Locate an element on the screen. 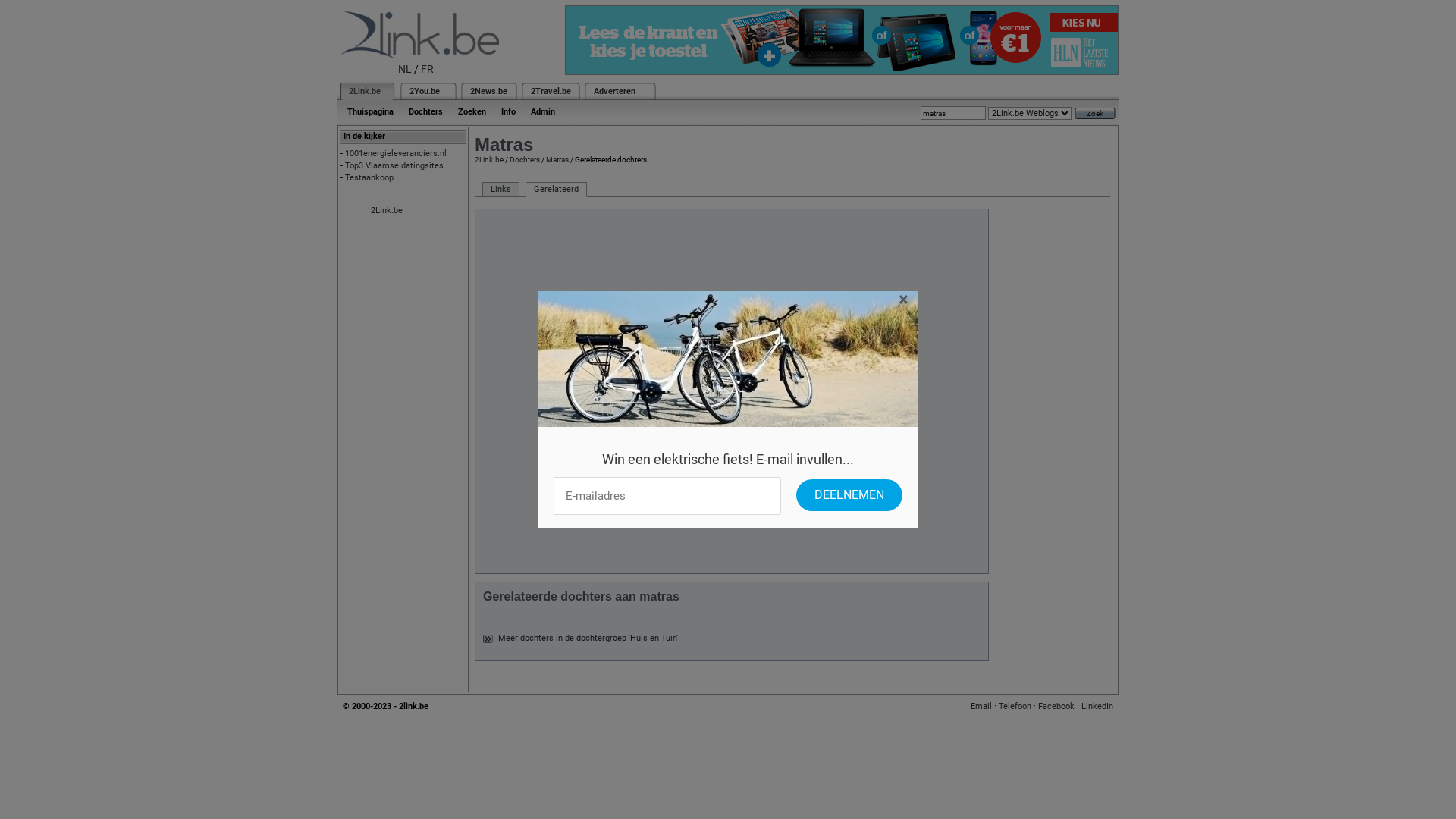 The height and width of the screenshot is (819, 1456). 'Telefoon' is located at coordinates (1015, 706).